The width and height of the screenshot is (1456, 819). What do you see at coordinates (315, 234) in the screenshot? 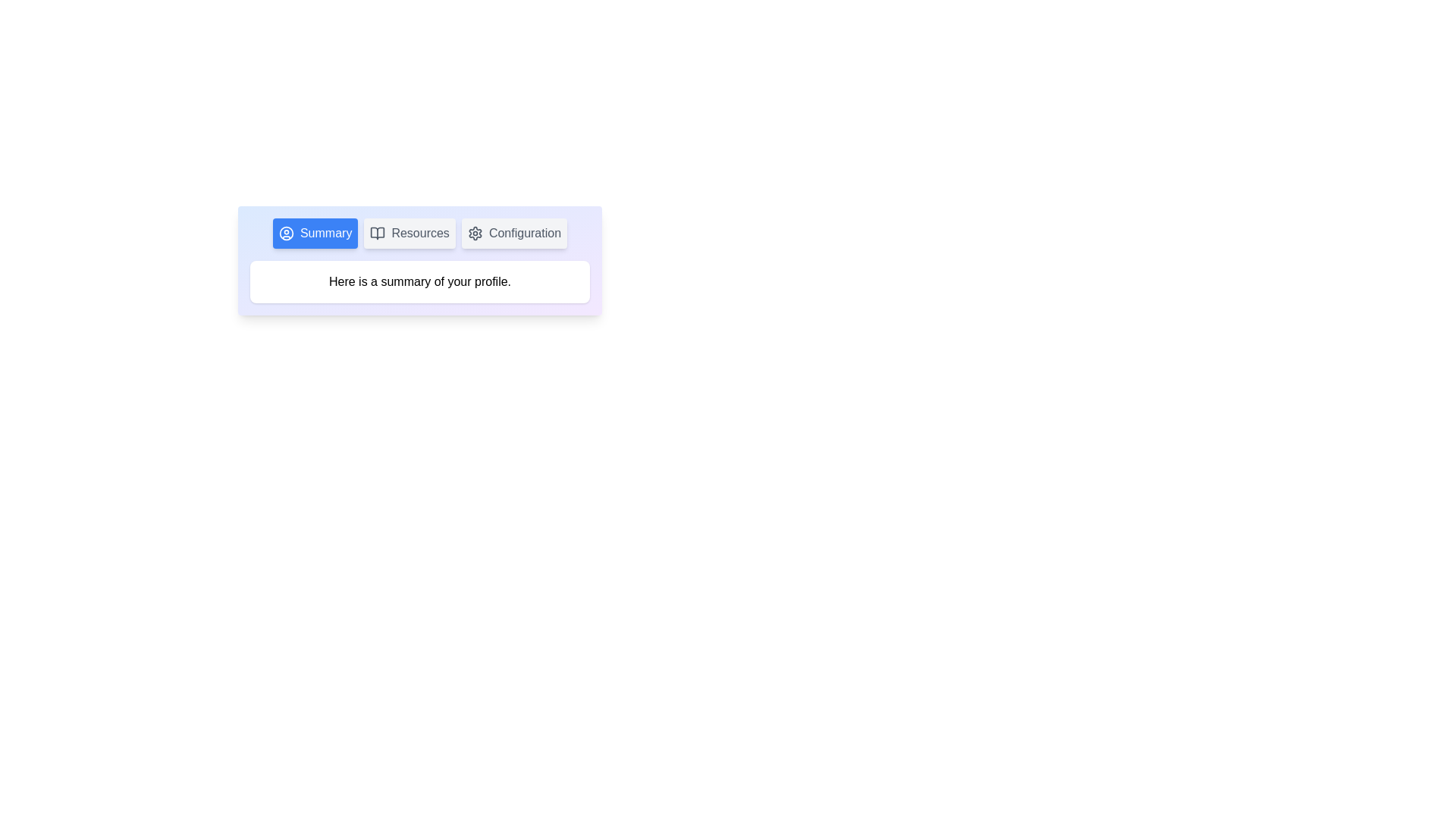
I see `the tab button labeled Summary to observe the hover effect` at bounding box center [315, 234].